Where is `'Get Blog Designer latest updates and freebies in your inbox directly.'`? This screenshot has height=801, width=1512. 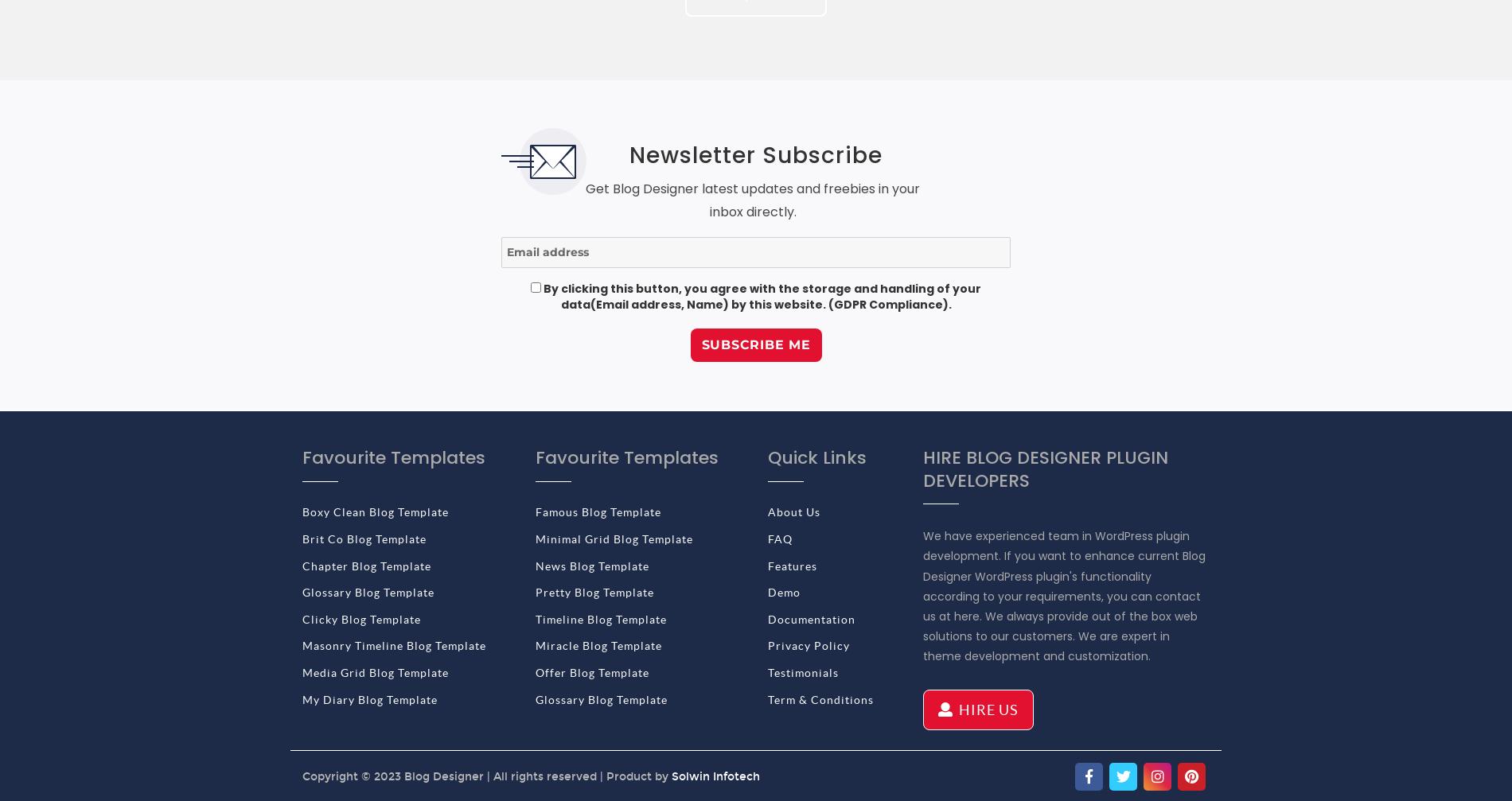
'Get Blog Designer latest updates and freebies in your inbox directly.' is located at coordinates (752, 200).